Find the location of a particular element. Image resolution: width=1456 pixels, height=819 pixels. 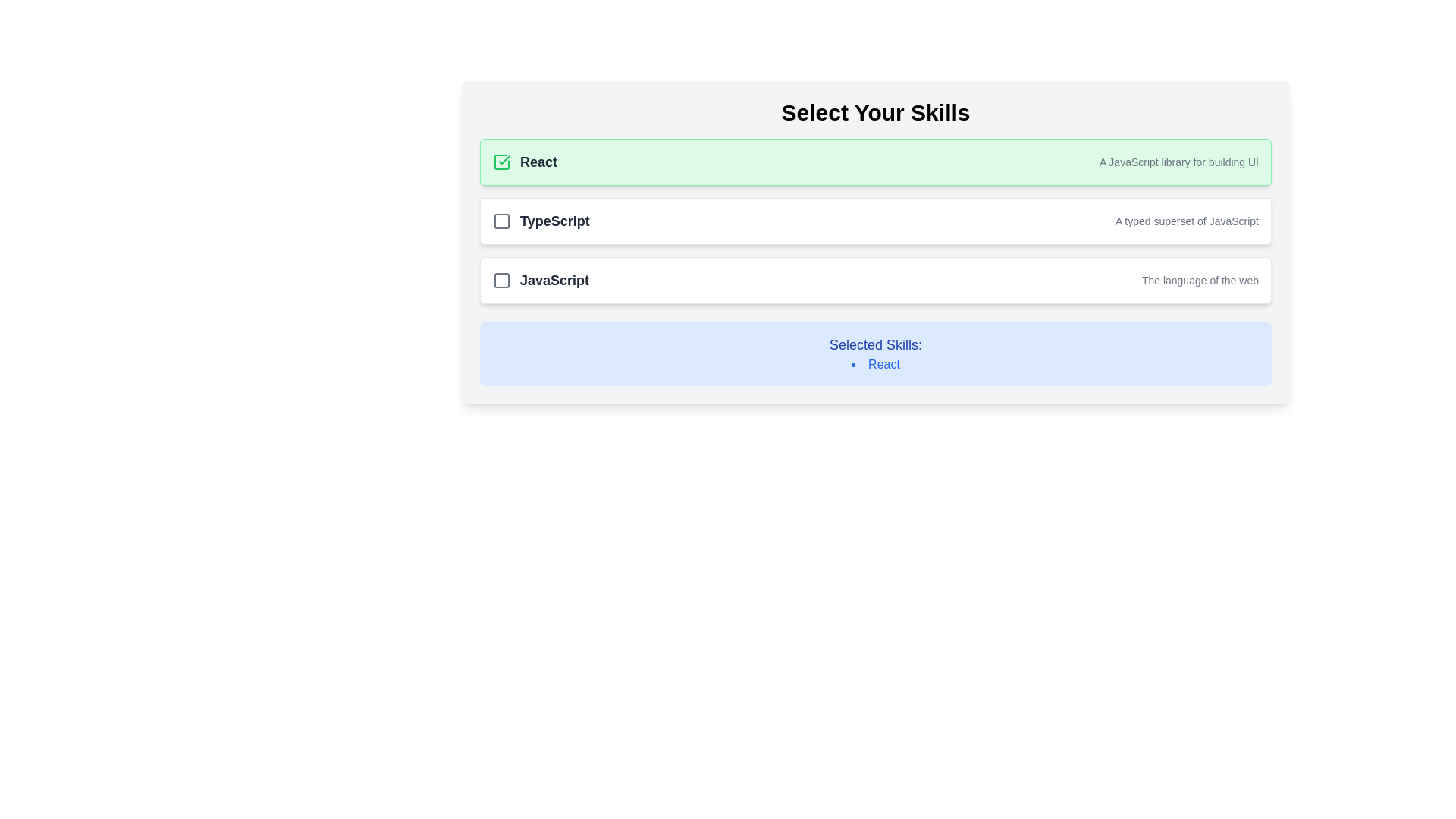

the green checkbox icon with a check mark that is positioned to the left of the text 'React' is located at coordinates (502, 162).